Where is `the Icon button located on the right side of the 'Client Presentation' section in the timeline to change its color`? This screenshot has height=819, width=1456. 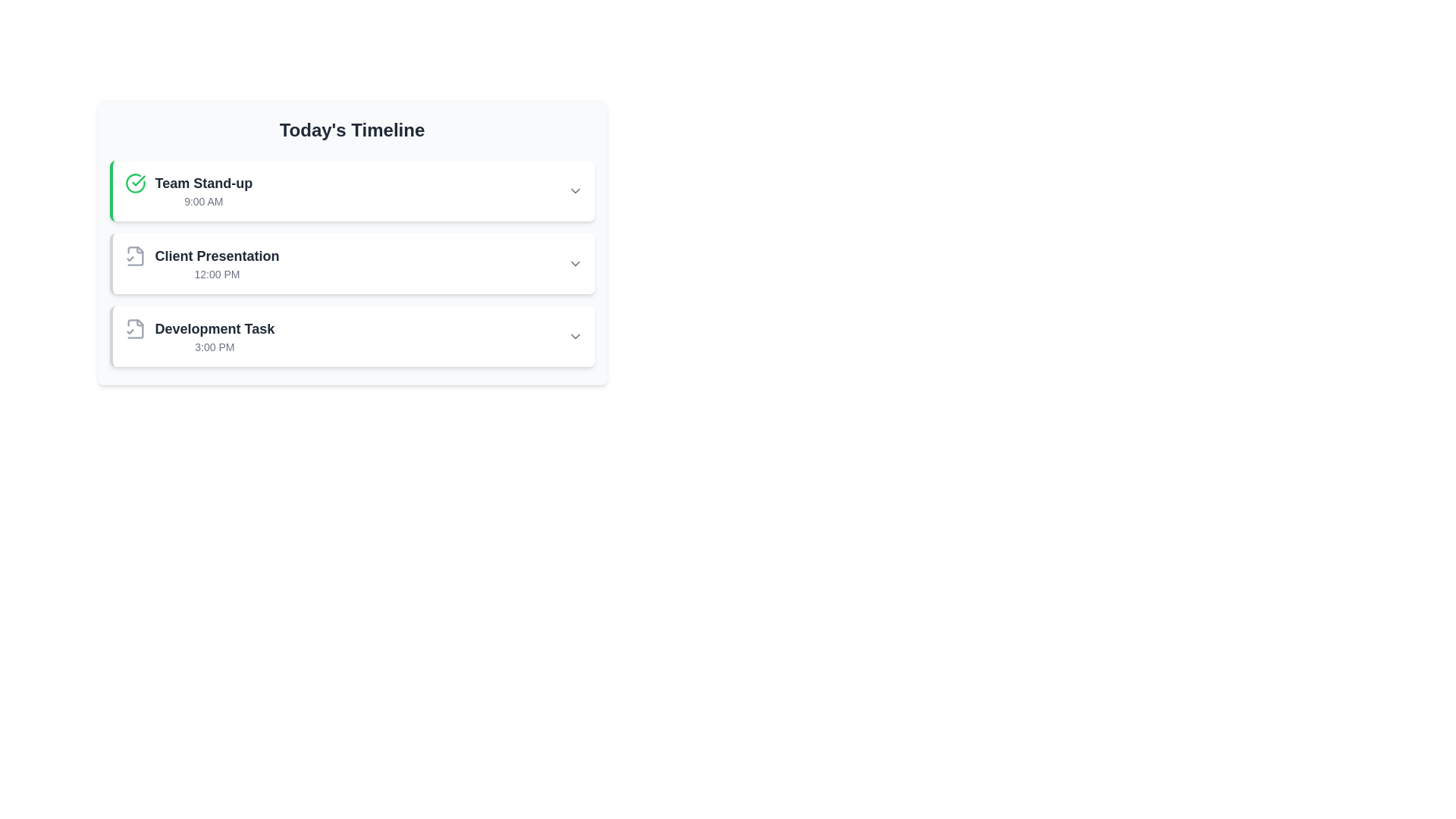
the Icon button located on the right side of the 'Client Presentation' section in the timeline to change its color is located at coordinates (574, 262).